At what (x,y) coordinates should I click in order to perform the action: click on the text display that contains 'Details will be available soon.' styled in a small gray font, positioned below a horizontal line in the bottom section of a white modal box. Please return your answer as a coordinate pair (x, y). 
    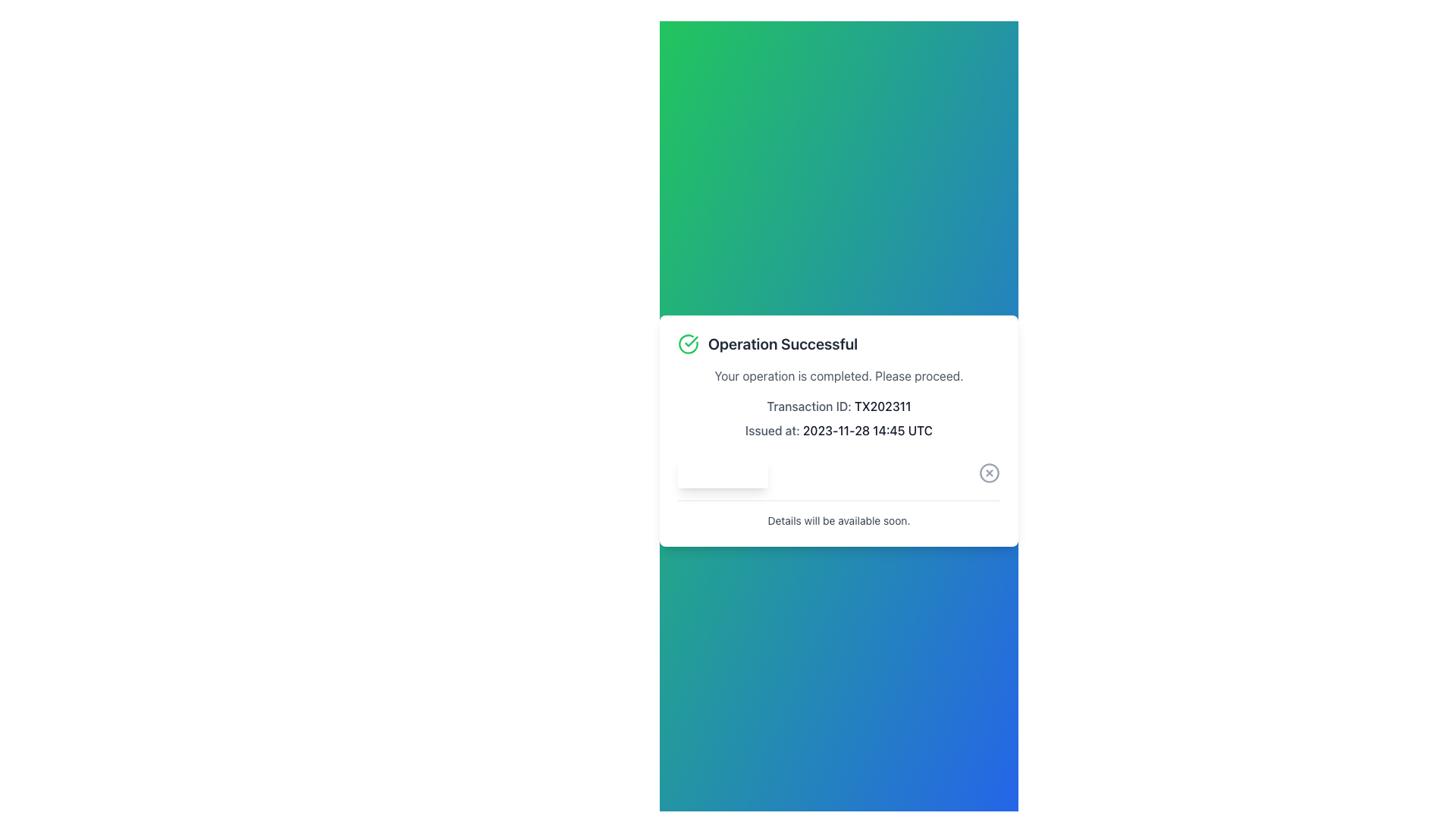
    Looking at the image, I should click on (838, 519).